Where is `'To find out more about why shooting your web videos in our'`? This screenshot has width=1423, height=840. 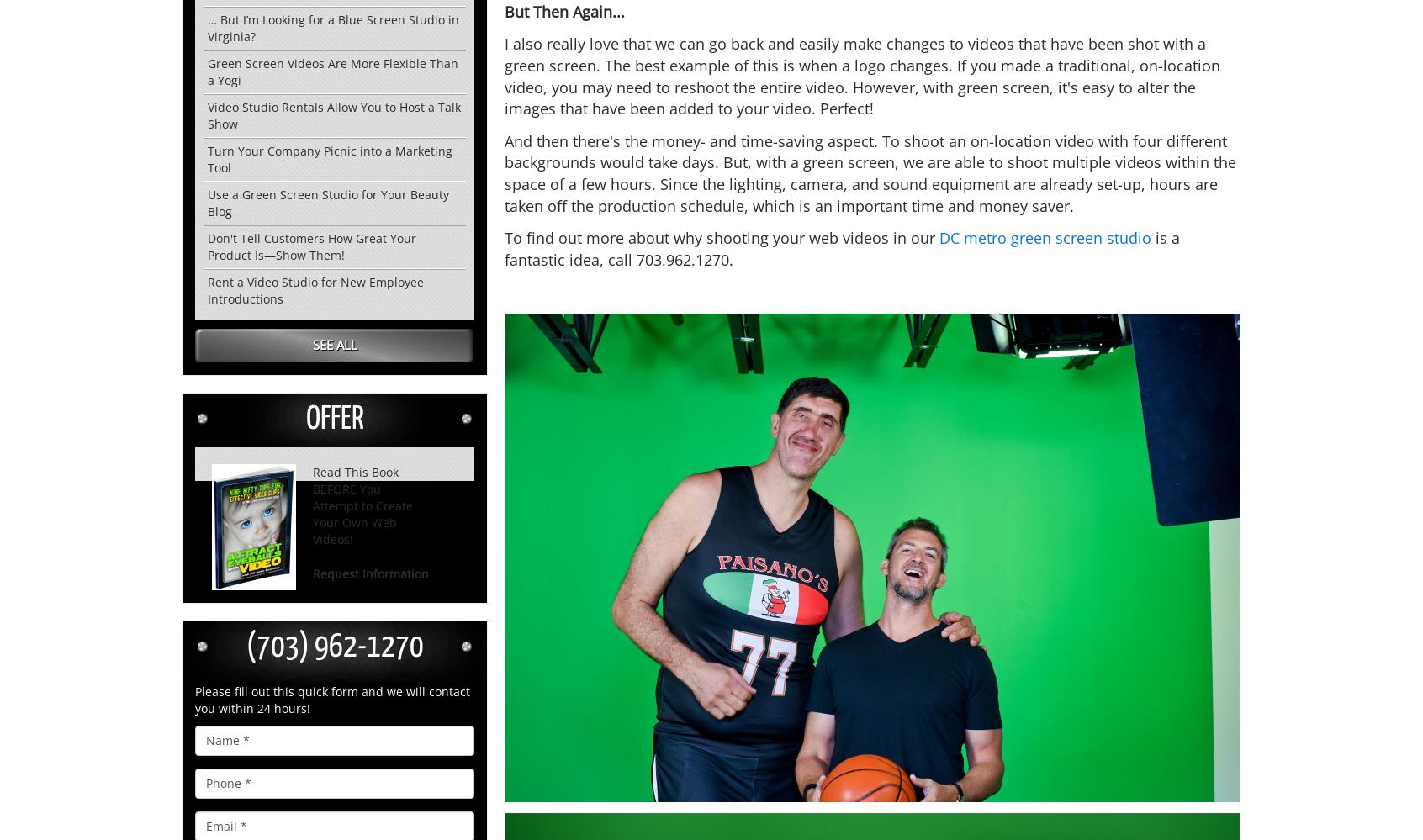 'To find out more about why shooting your web videos in our' is located at coordinates (721, 237).